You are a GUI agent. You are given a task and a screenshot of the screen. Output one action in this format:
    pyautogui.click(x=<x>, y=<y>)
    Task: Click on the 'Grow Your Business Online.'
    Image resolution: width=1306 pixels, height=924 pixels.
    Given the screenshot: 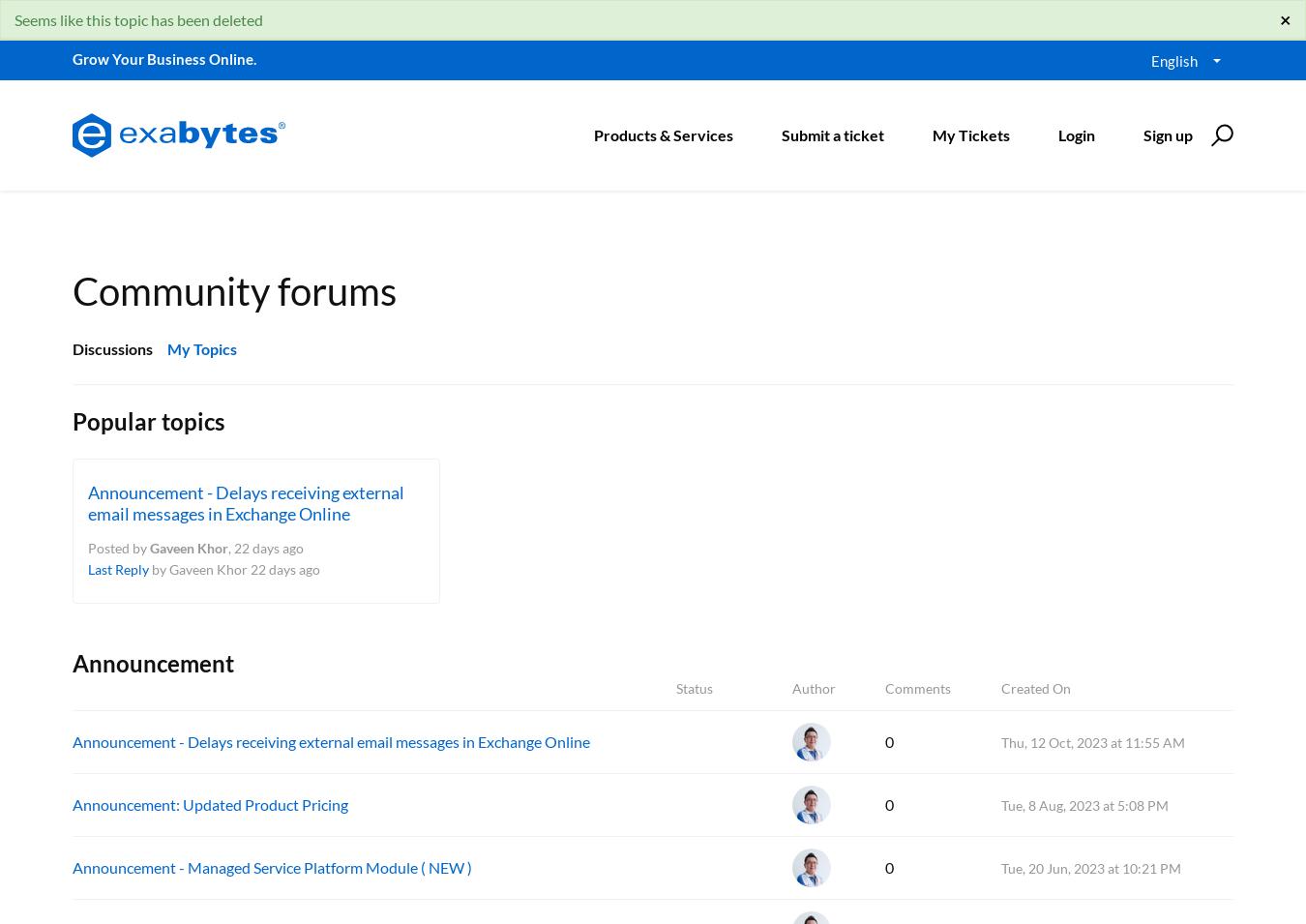 What is the action you would take?
    pyautogui.click(x=163, y=58)
    